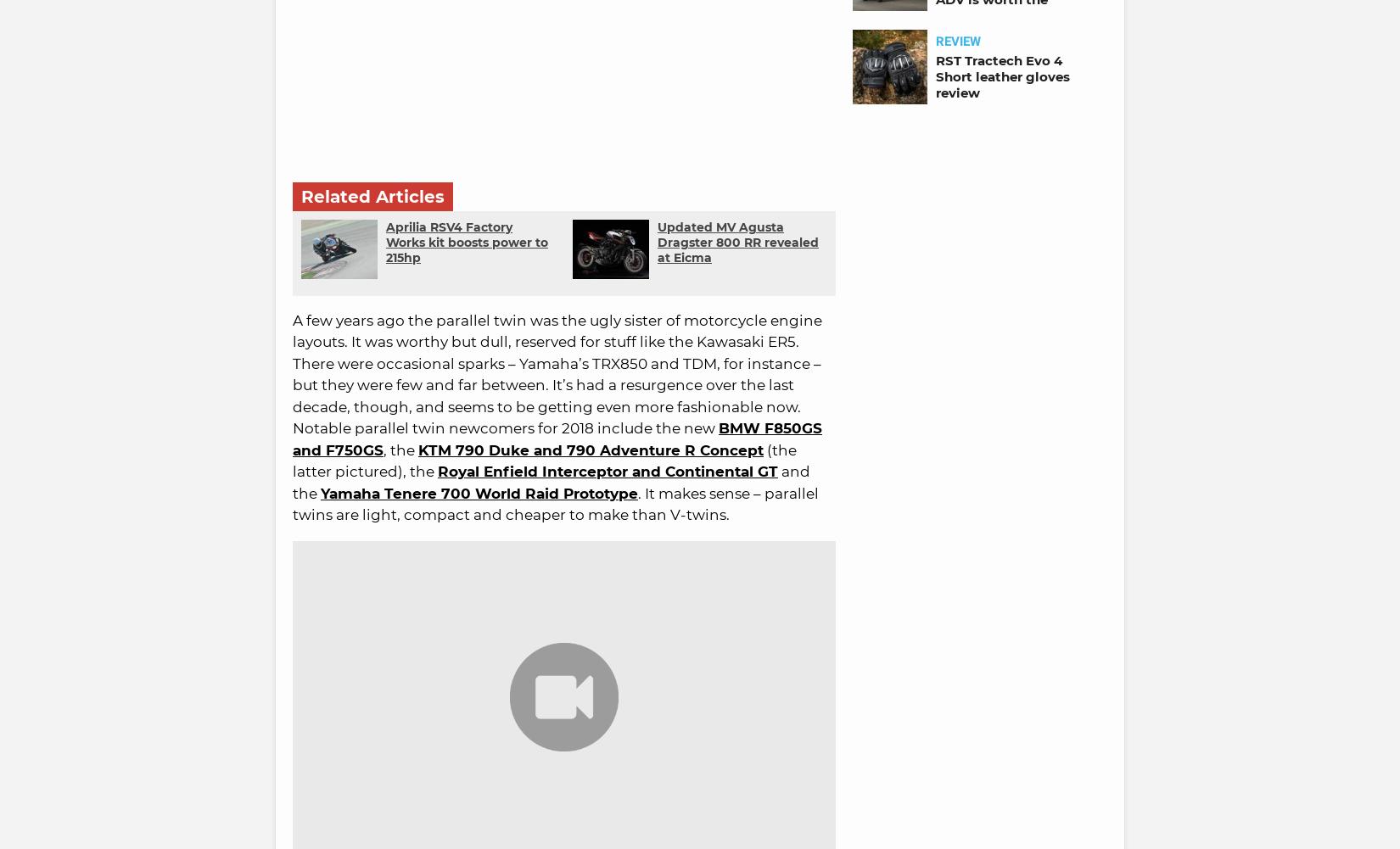 The image size is (1400, 849). Describe the element at coordinates (738, 240) in the screenshot. I see `'Updated MV Agusta Dragster 800 RR revealed at Eicma'` at that location.